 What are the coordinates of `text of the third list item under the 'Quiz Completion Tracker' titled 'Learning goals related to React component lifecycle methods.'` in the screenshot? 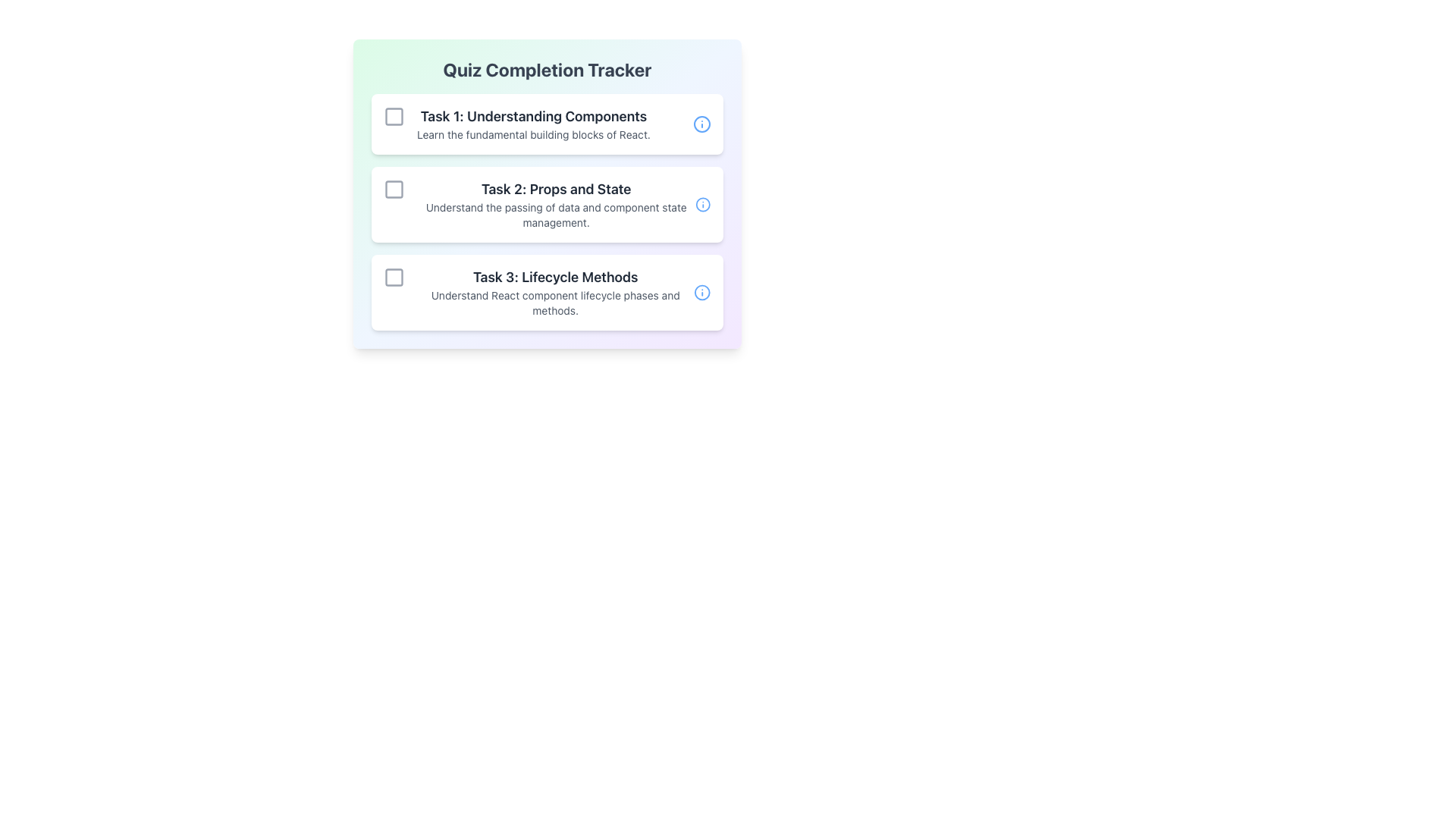 It's located at (554, 292).